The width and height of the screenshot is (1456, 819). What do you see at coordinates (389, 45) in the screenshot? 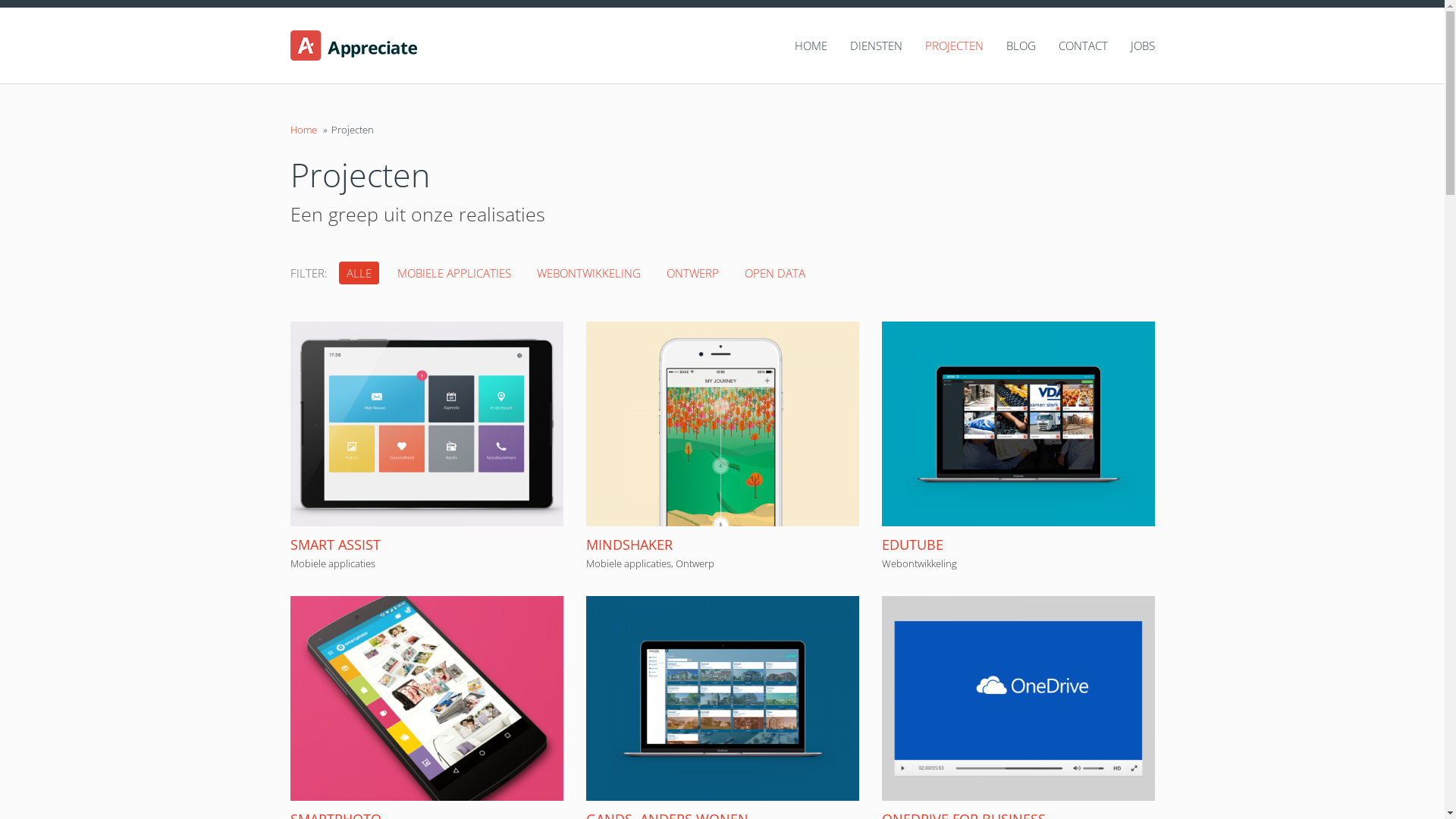
I see `'Appreciate'` at bounding box center [389, 45].